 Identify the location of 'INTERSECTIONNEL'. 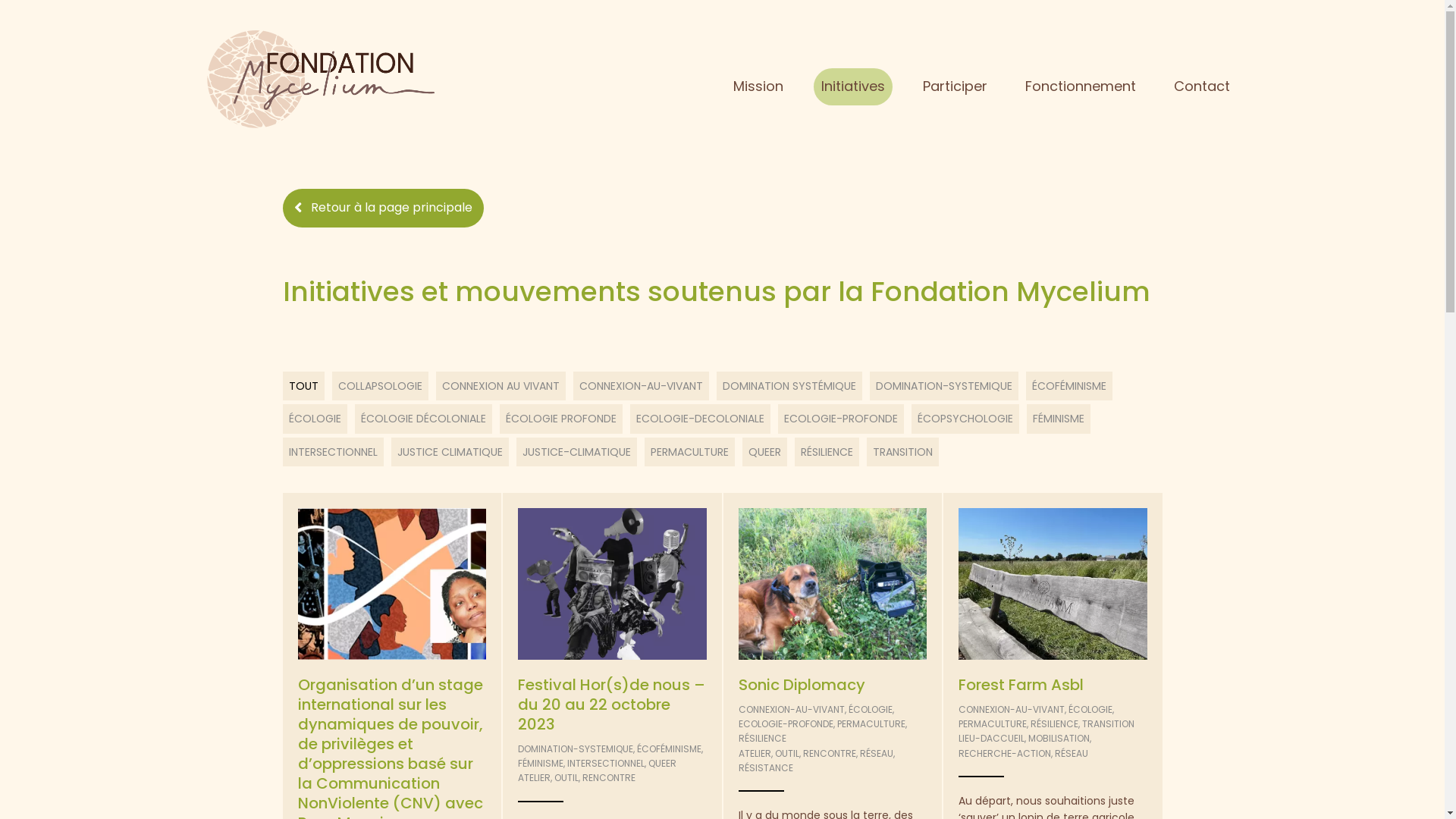
(566, 763).